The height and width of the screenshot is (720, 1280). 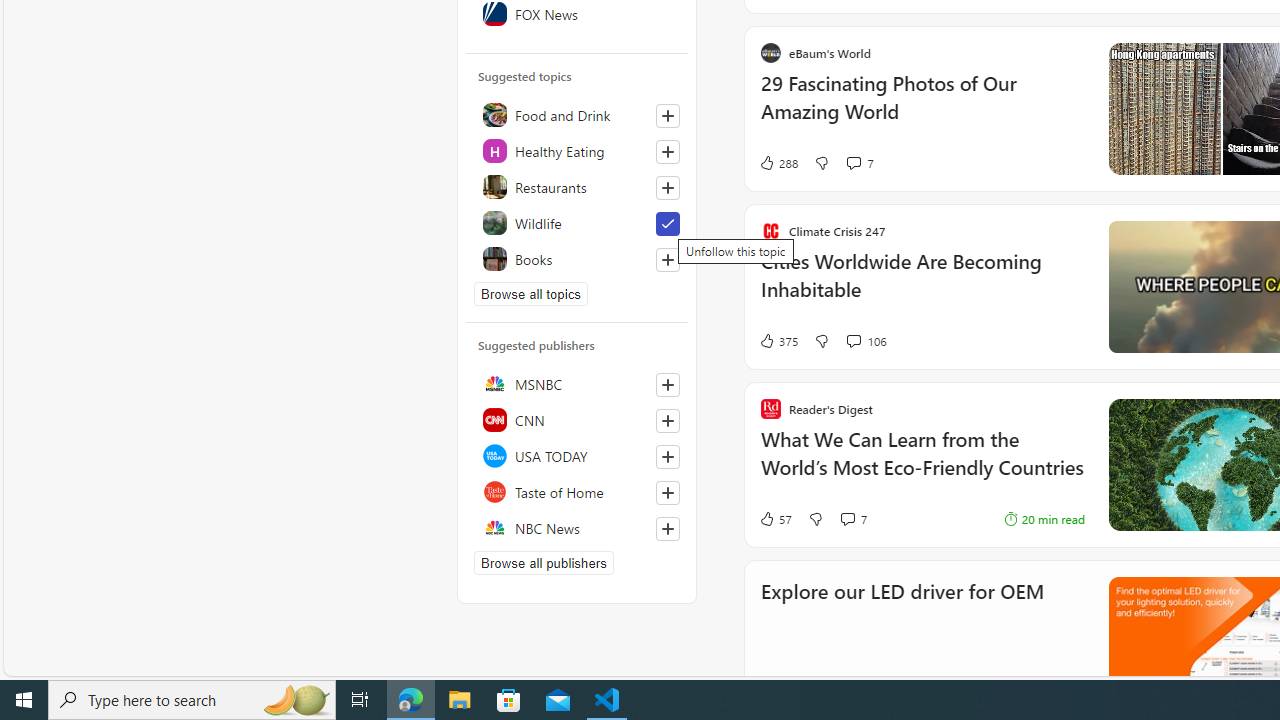 I want to click on '29 Fascinating Photos of Our Amazing World', so click(x=921, y=108).